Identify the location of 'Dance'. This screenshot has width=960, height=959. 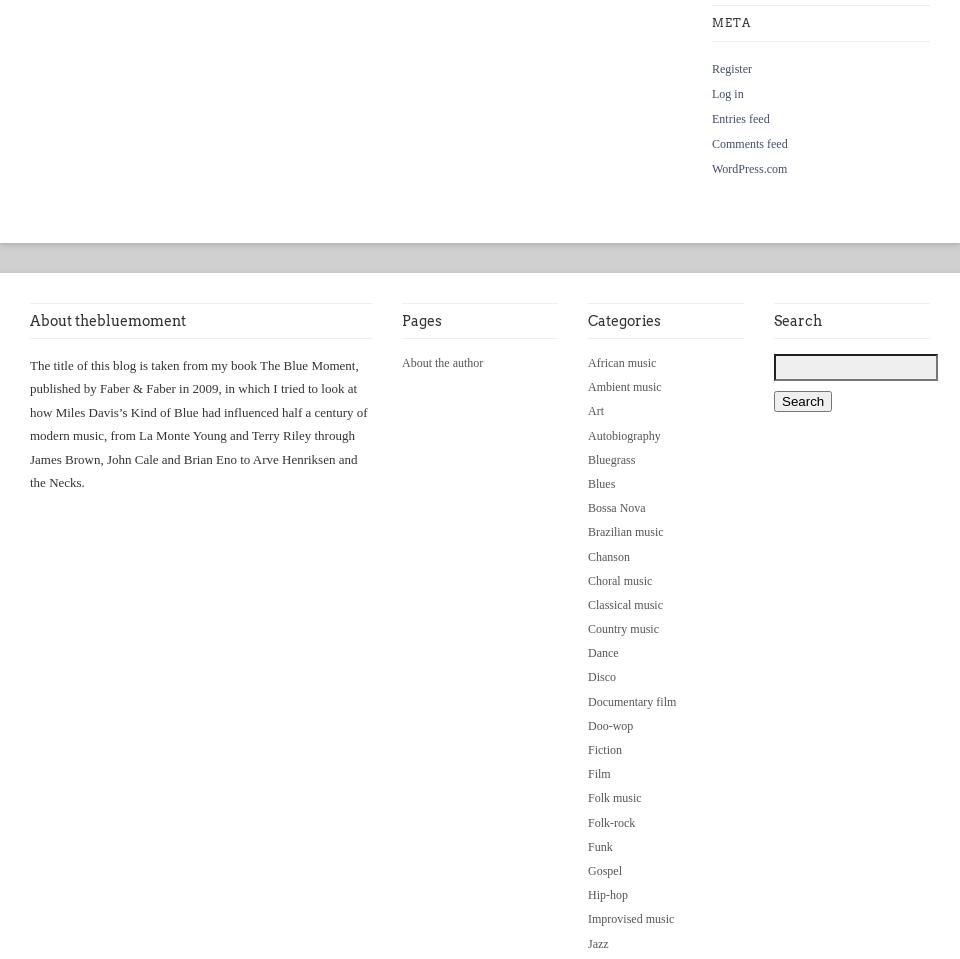
(601, 652).